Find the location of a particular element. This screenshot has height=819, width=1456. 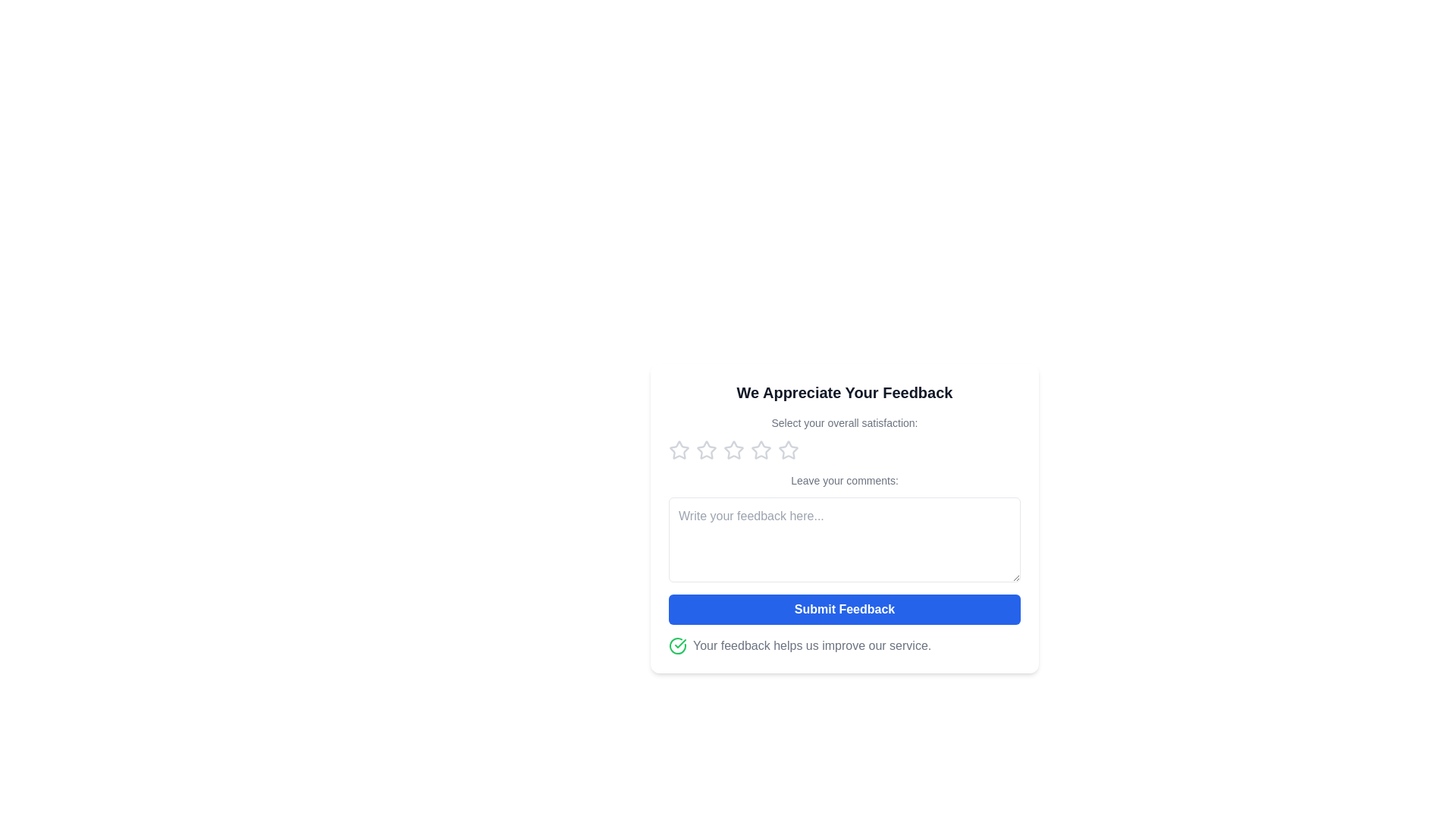

the checkmark icon element styled with a green stroke, located near the bottom-right of the feedback form, confirming an action or status is located at coordinates (679, 643).